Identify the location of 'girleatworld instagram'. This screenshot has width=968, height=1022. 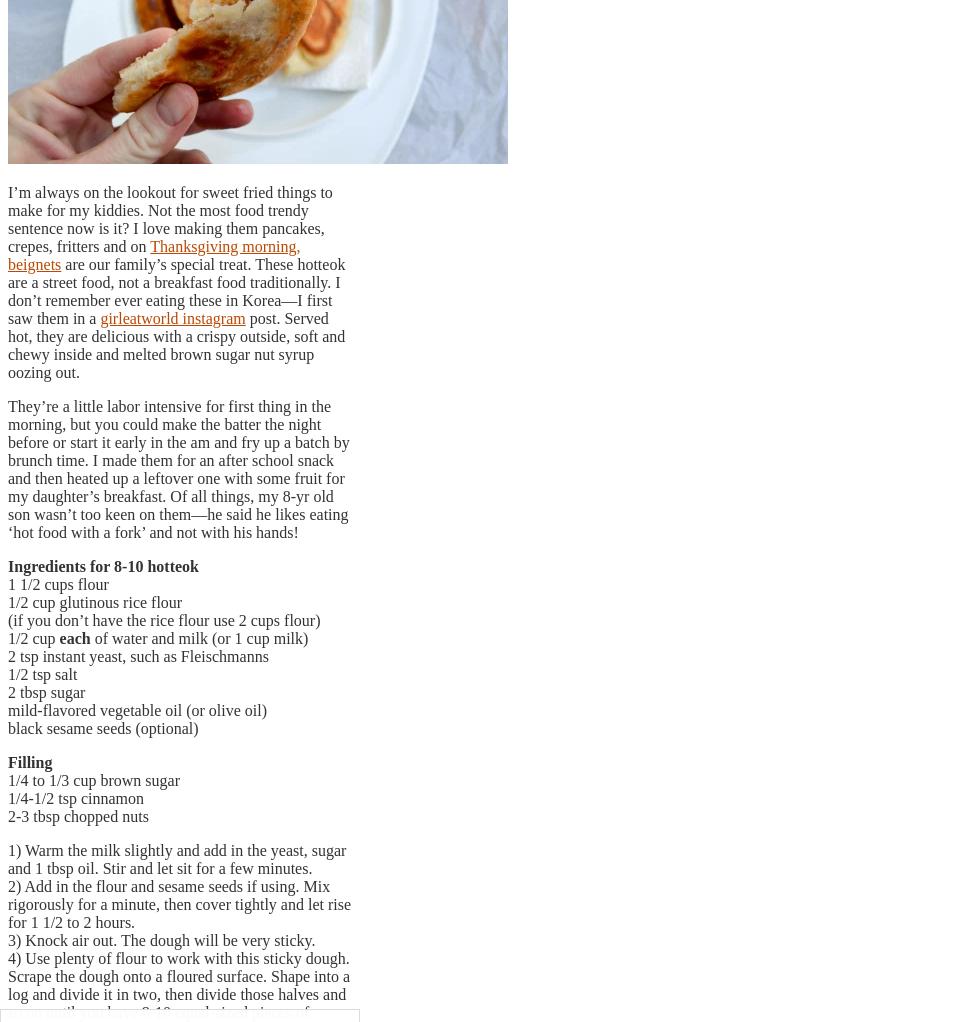
(172, 316).